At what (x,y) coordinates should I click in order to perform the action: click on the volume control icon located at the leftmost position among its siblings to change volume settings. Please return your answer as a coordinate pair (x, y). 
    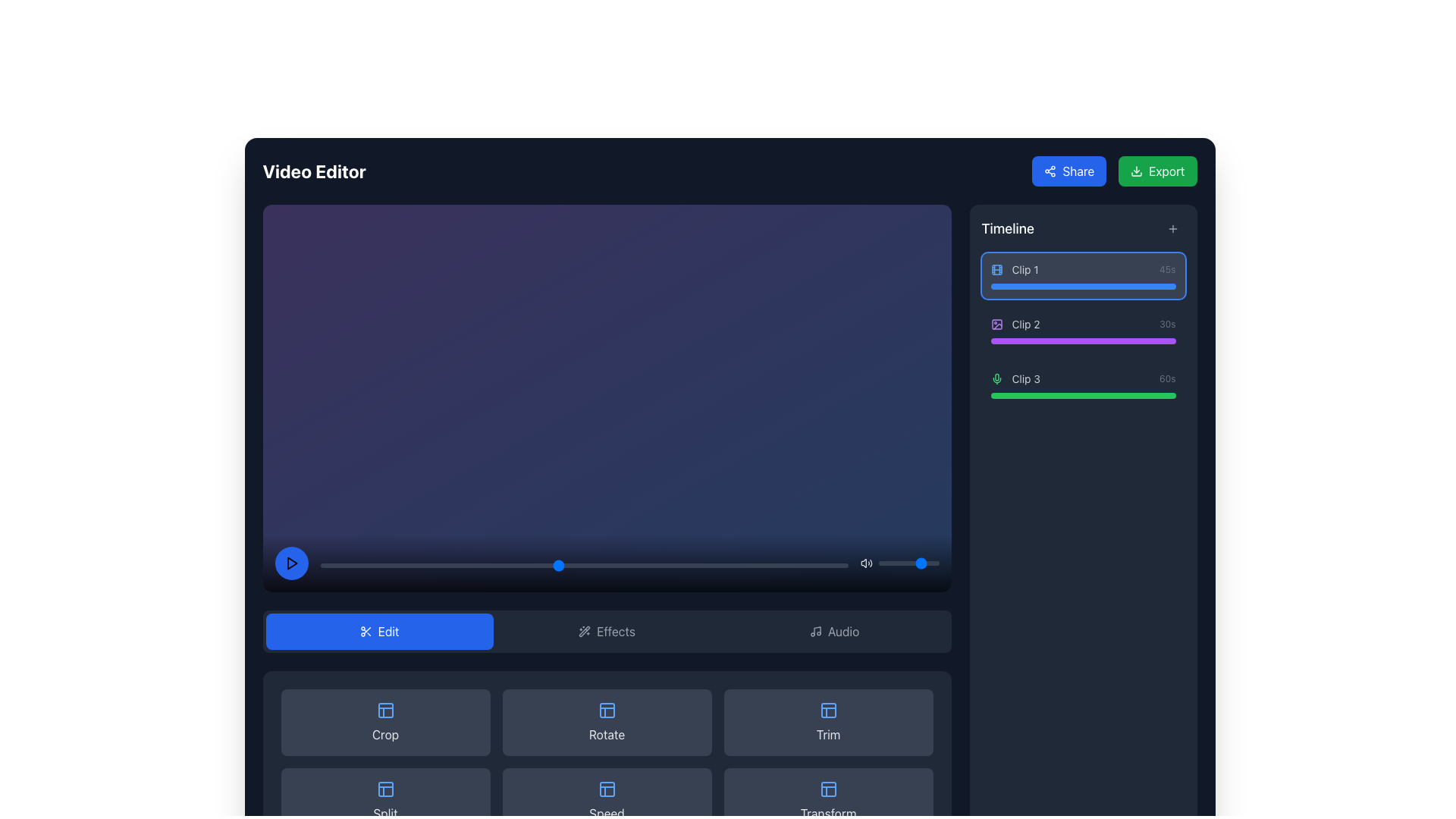
    Looking at the image, I should click on (866, 563).